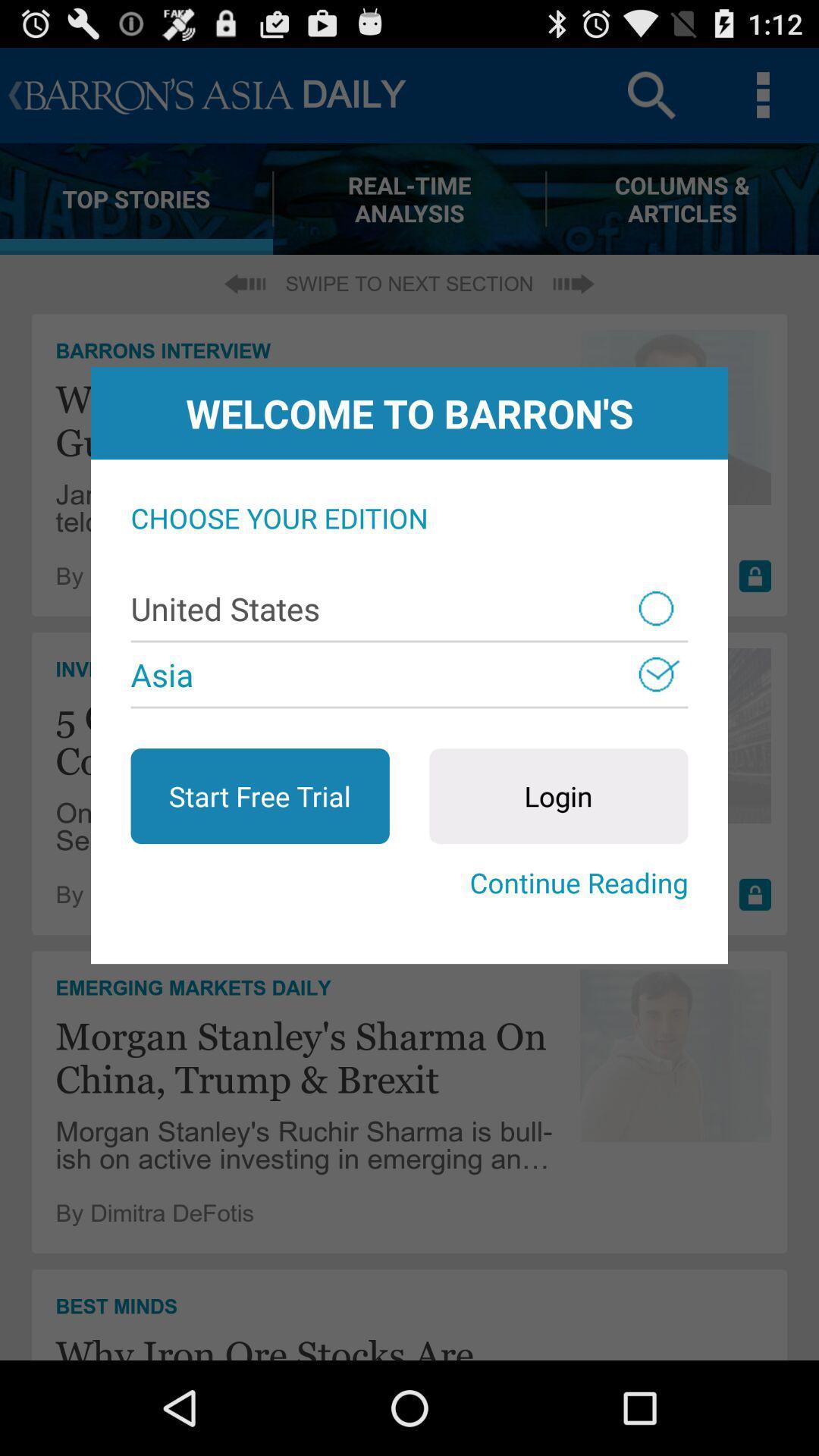  I want to click on the app above the continue reading icon, so click(558, 795).